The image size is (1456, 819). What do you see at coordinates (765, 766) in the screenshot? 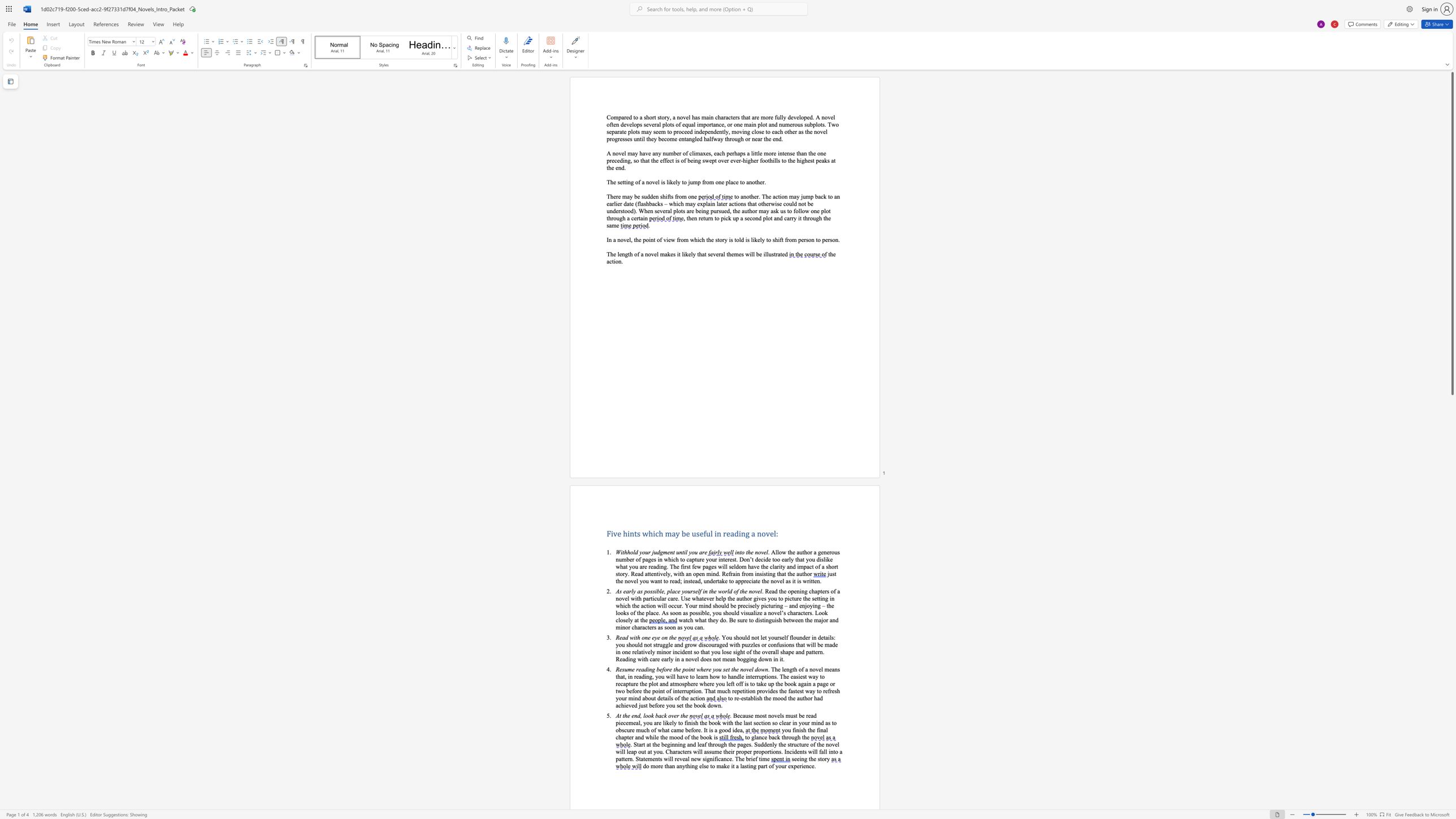
I see `the space between the continuous character "r" and "t" in the text` at bounding box center [765, 766].